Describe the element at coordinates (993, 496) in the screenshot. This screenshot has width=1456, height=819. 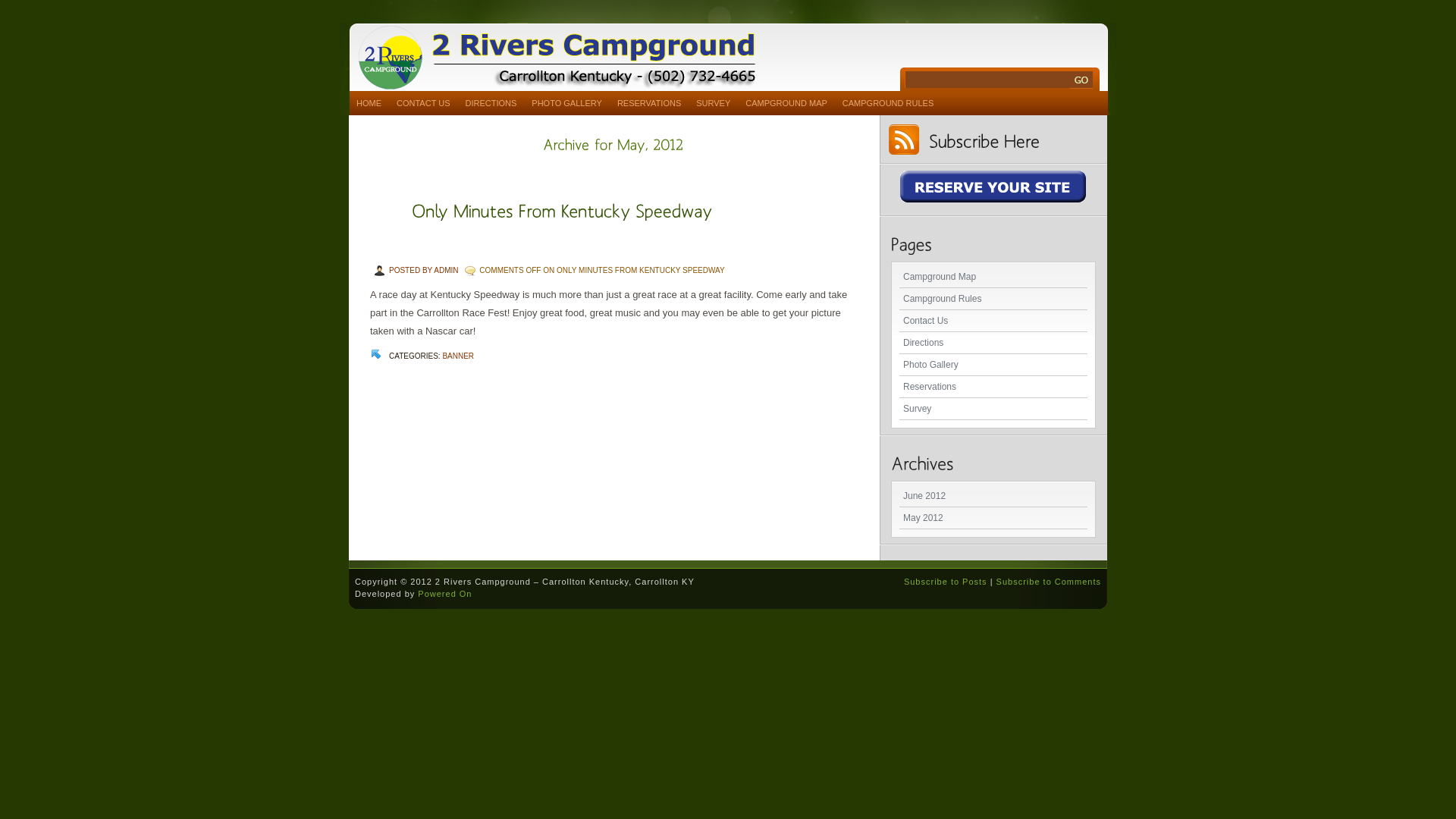
I see `'June 2012'` at that location.